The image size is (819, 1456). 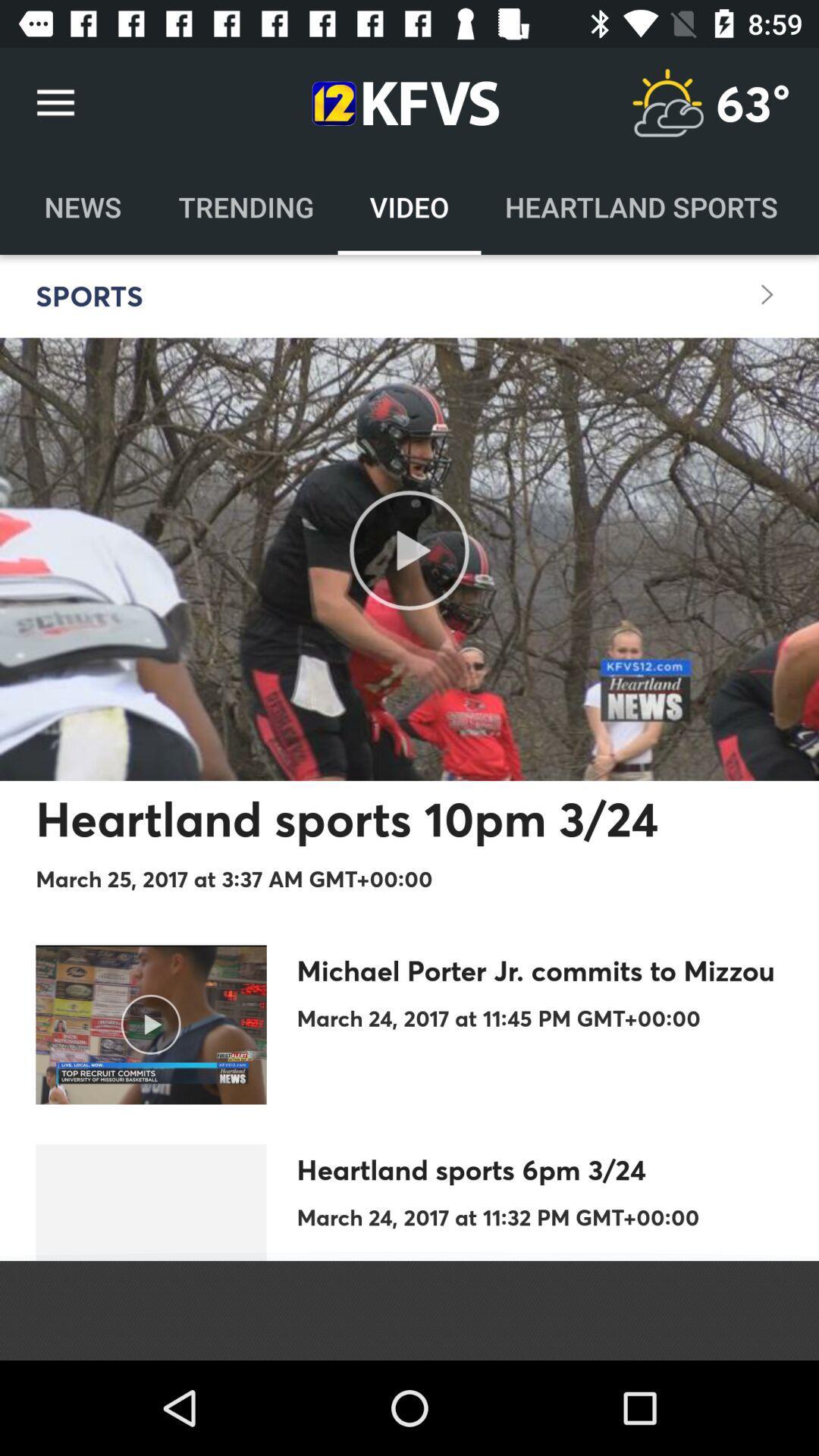 I want to click on the temperature icon at the top right corner of the page, so click(x=667, y=102).